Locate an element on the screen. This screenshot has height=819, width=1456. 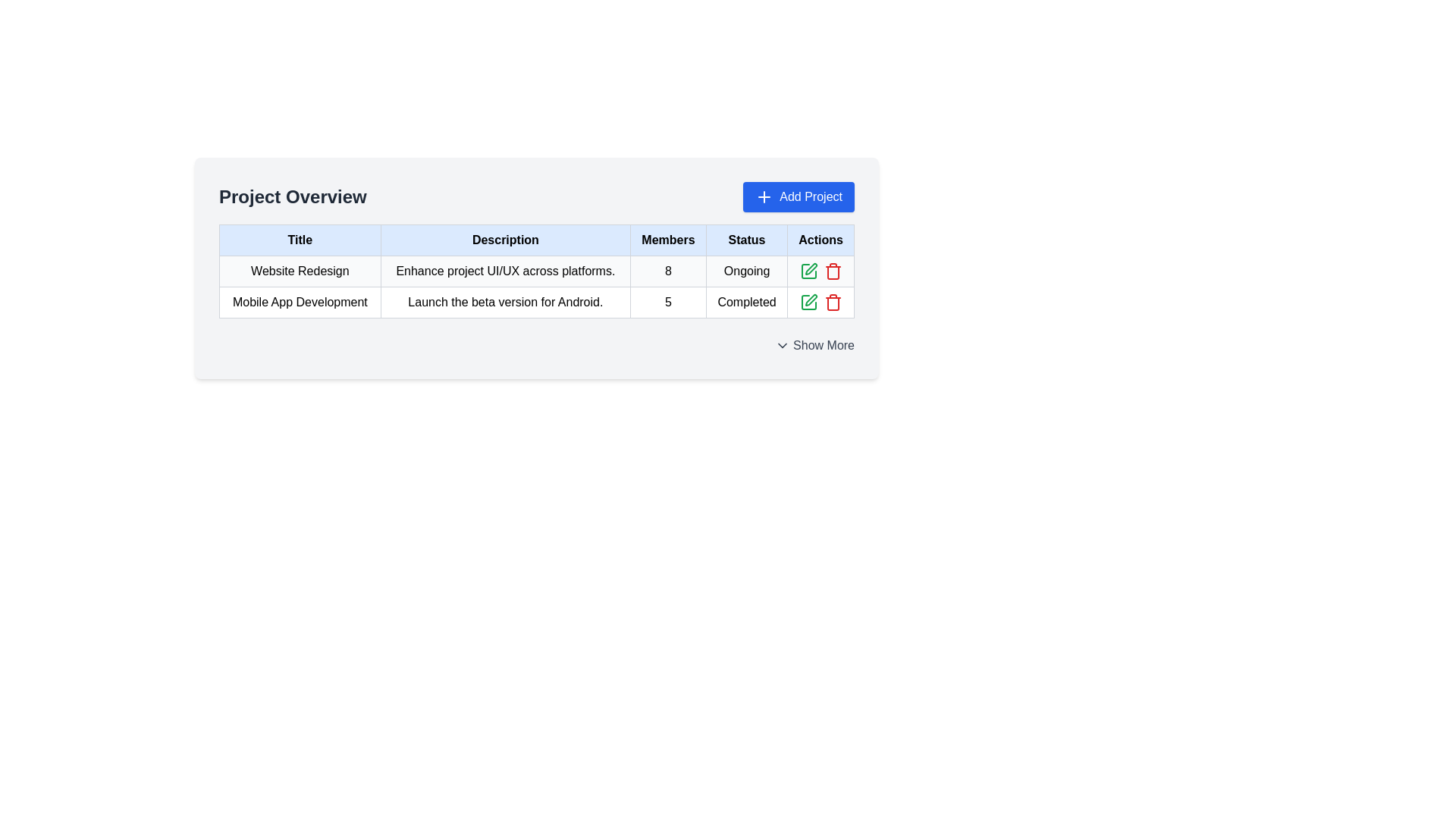
the blue 'Add Project' button with rounded corners and a plus icon to observe the hover effects is located at coordinates (798, 196).